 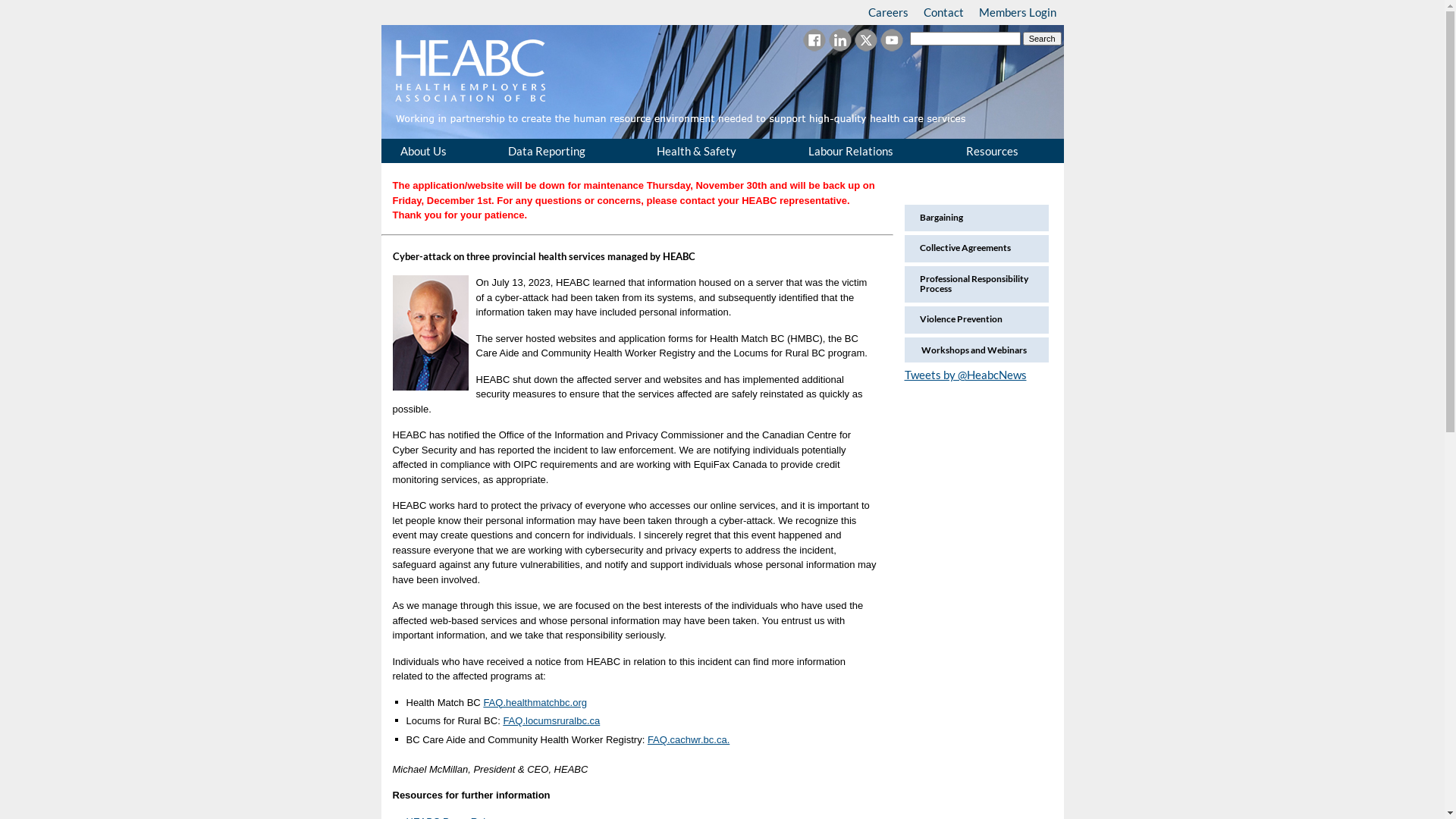 I want to click on 'Violence Prevention', so click(x=955, y=328).